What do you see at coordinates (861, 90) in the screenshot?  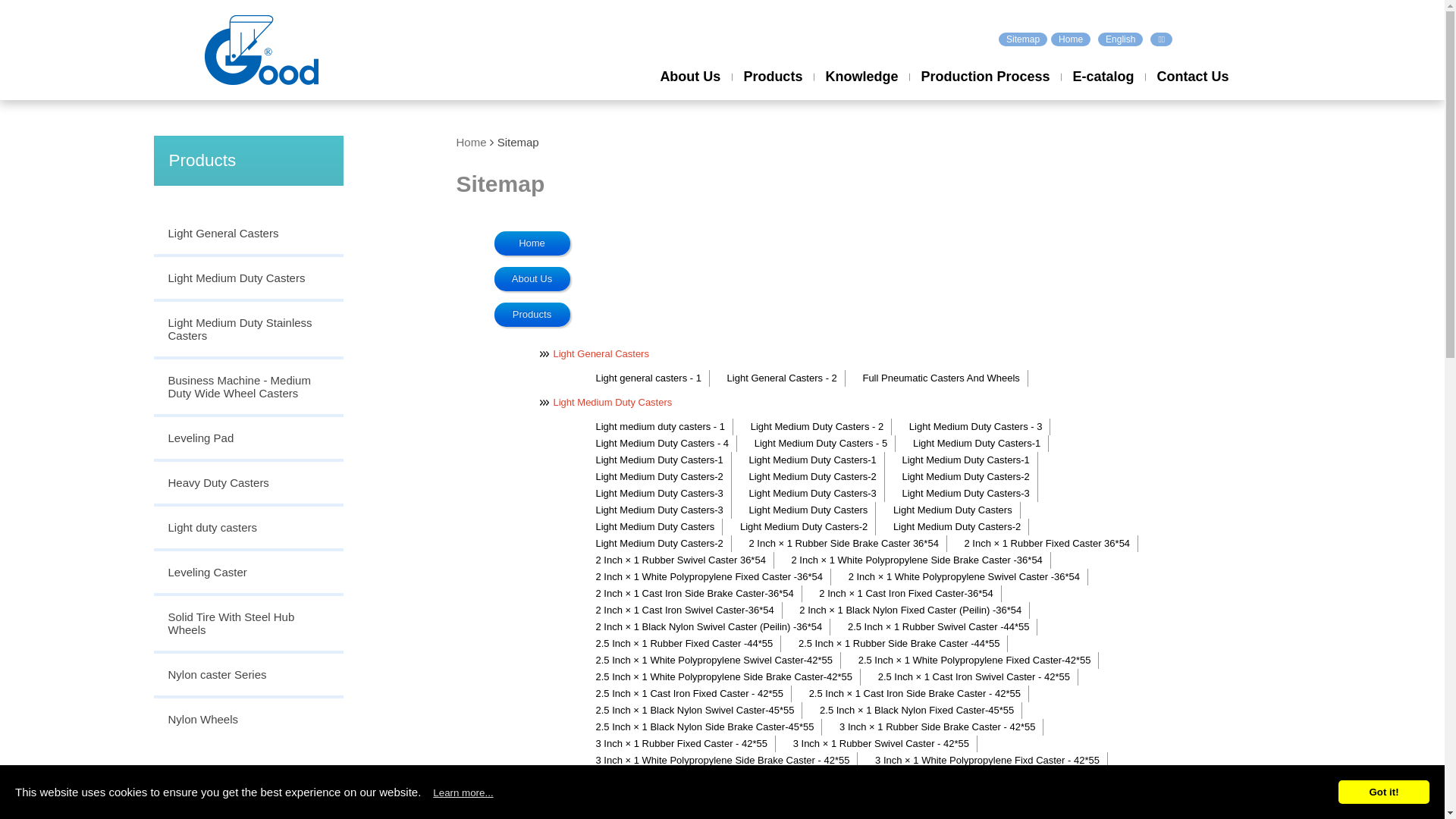 I see `'Knowledge'` at bounding box center [861, 90].